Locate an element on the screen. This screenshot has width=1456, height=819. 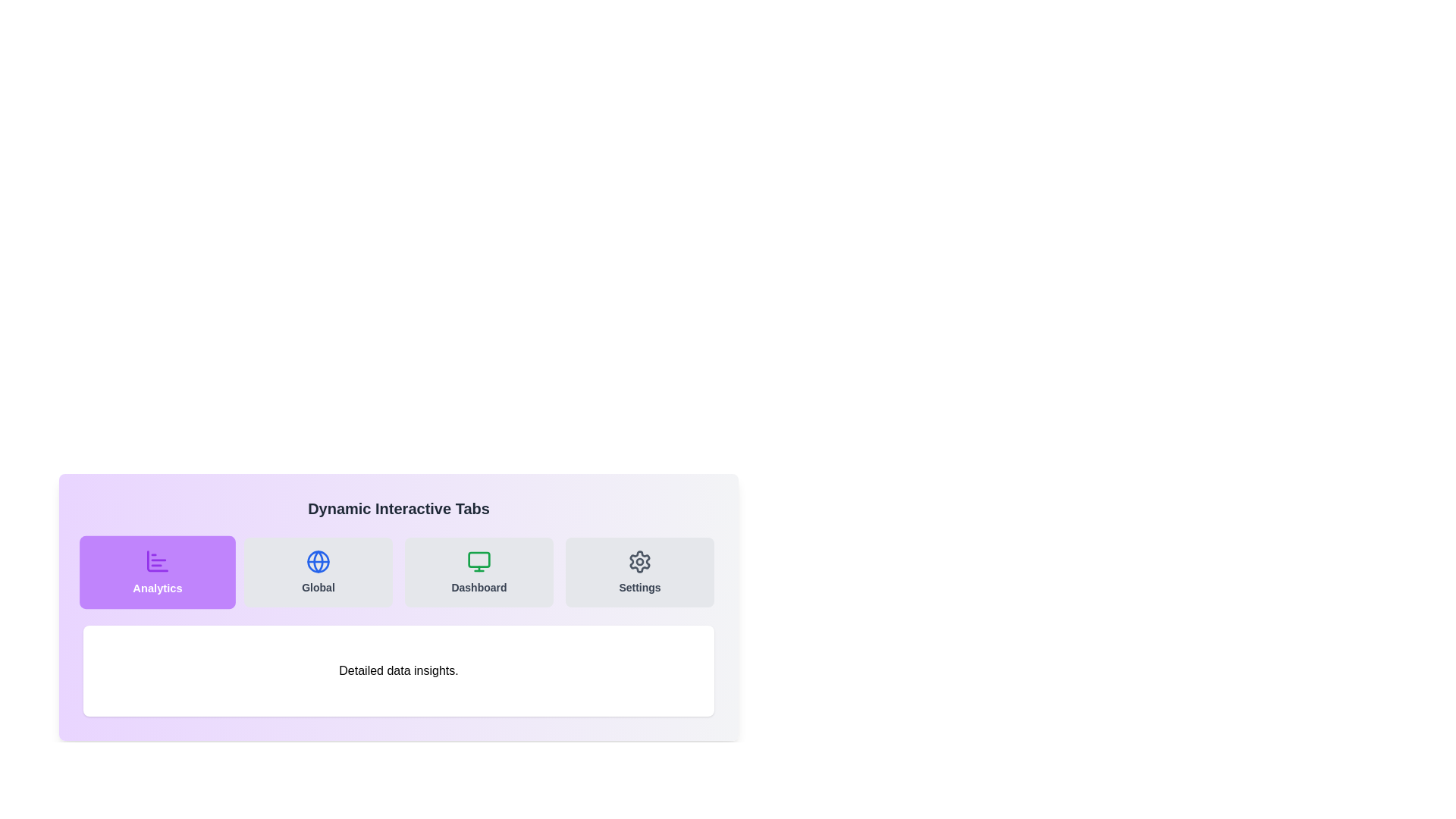
the Text Label that describes the settings card, located below a gear-like icon and is the fourth card in a row of similarly styled cards is located at coordinates (640, 587).